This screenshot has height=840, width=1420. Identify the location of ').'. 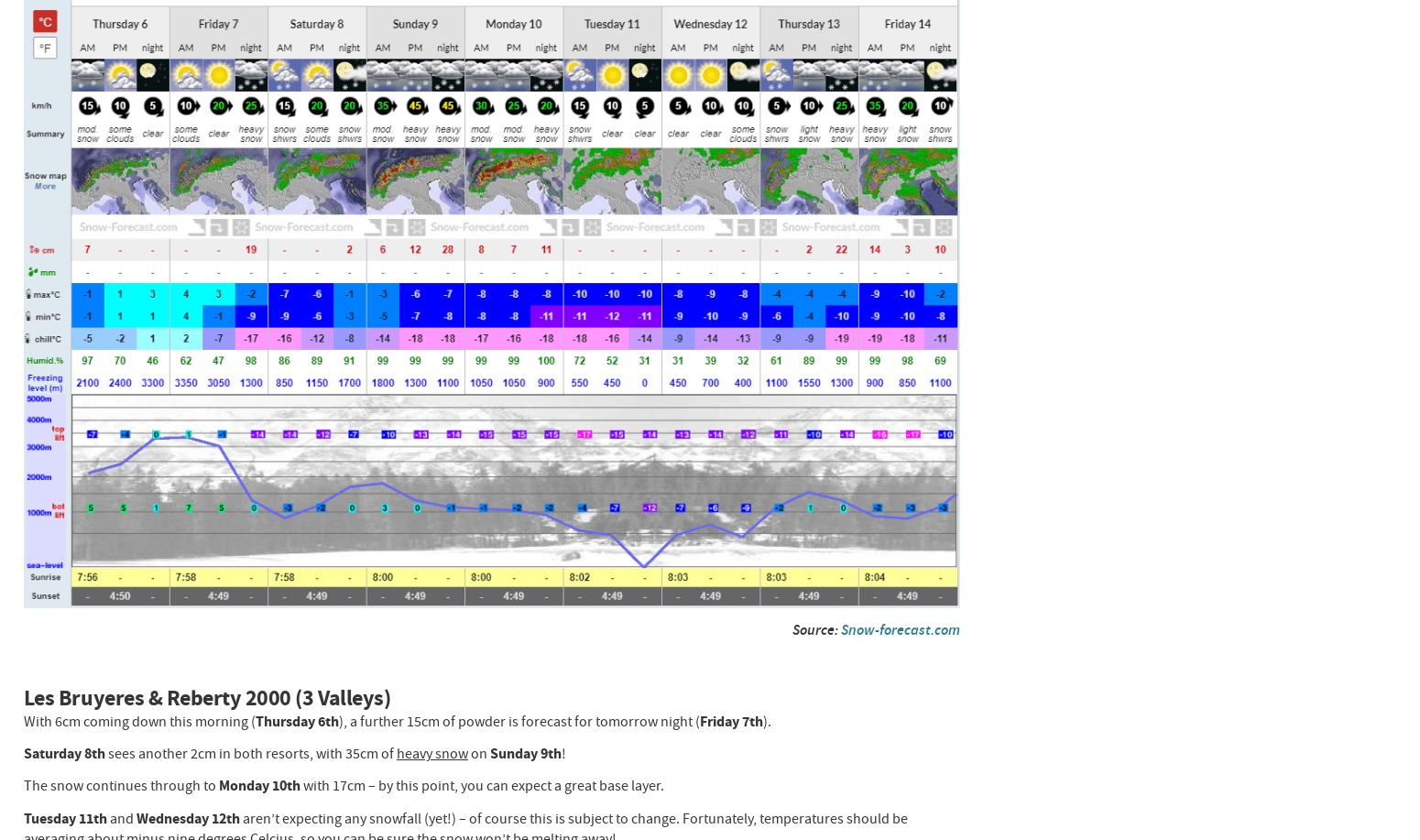
(761, 720).